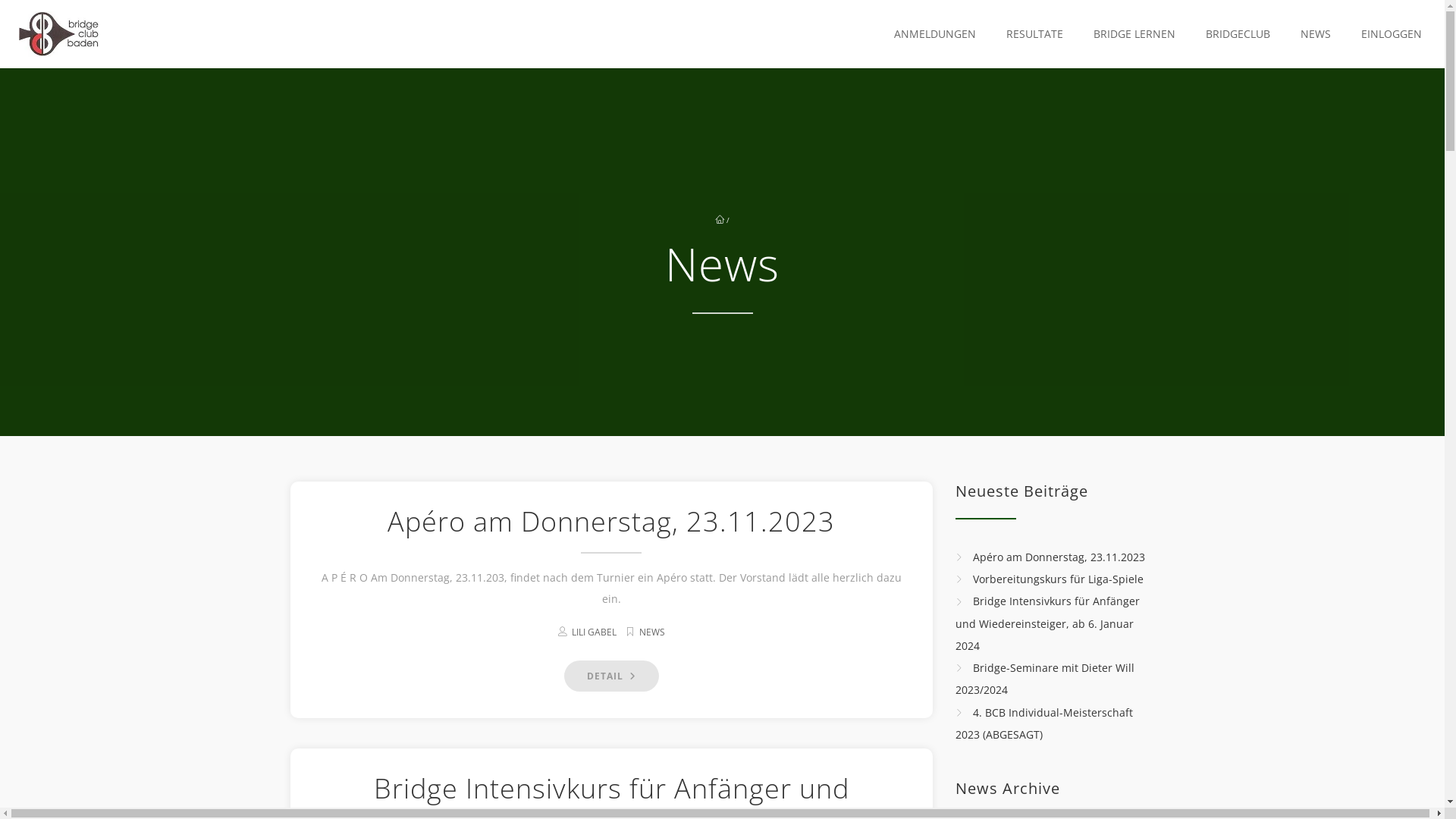  What do you see at coordinates (930, 34) in the screenshot?
I see `'ANMELDUNGEN'` at bounding box center [930, 34].